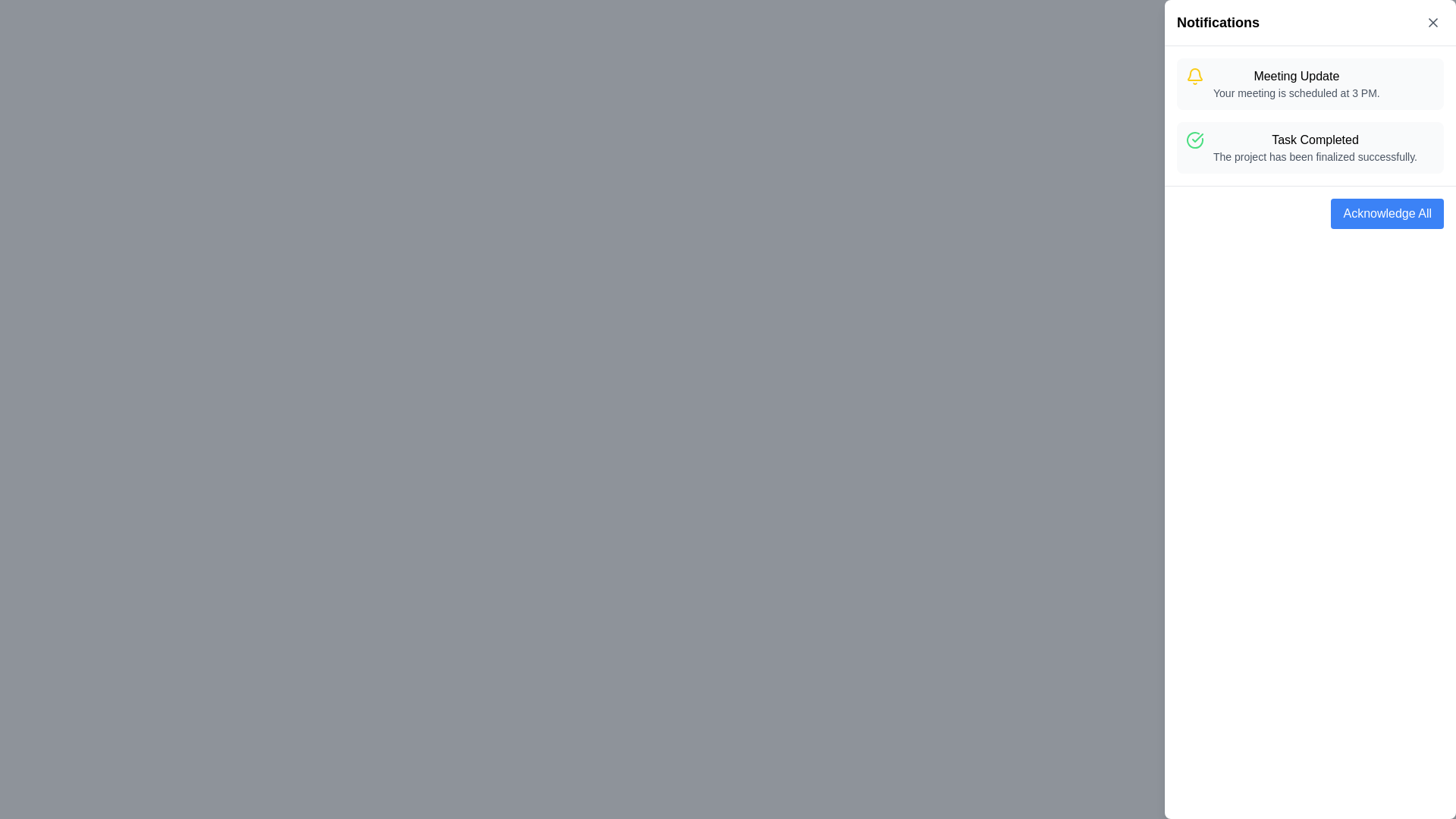 This screenshot has width=1456, height=819. What do you see at coordinates (1194, 74) in the screenshot?
I see `the bell-shaped notification icon outlined in bright yellow, located next to the 'Meeting Update' text in the notification panel` at bounding box center [1194, 74].